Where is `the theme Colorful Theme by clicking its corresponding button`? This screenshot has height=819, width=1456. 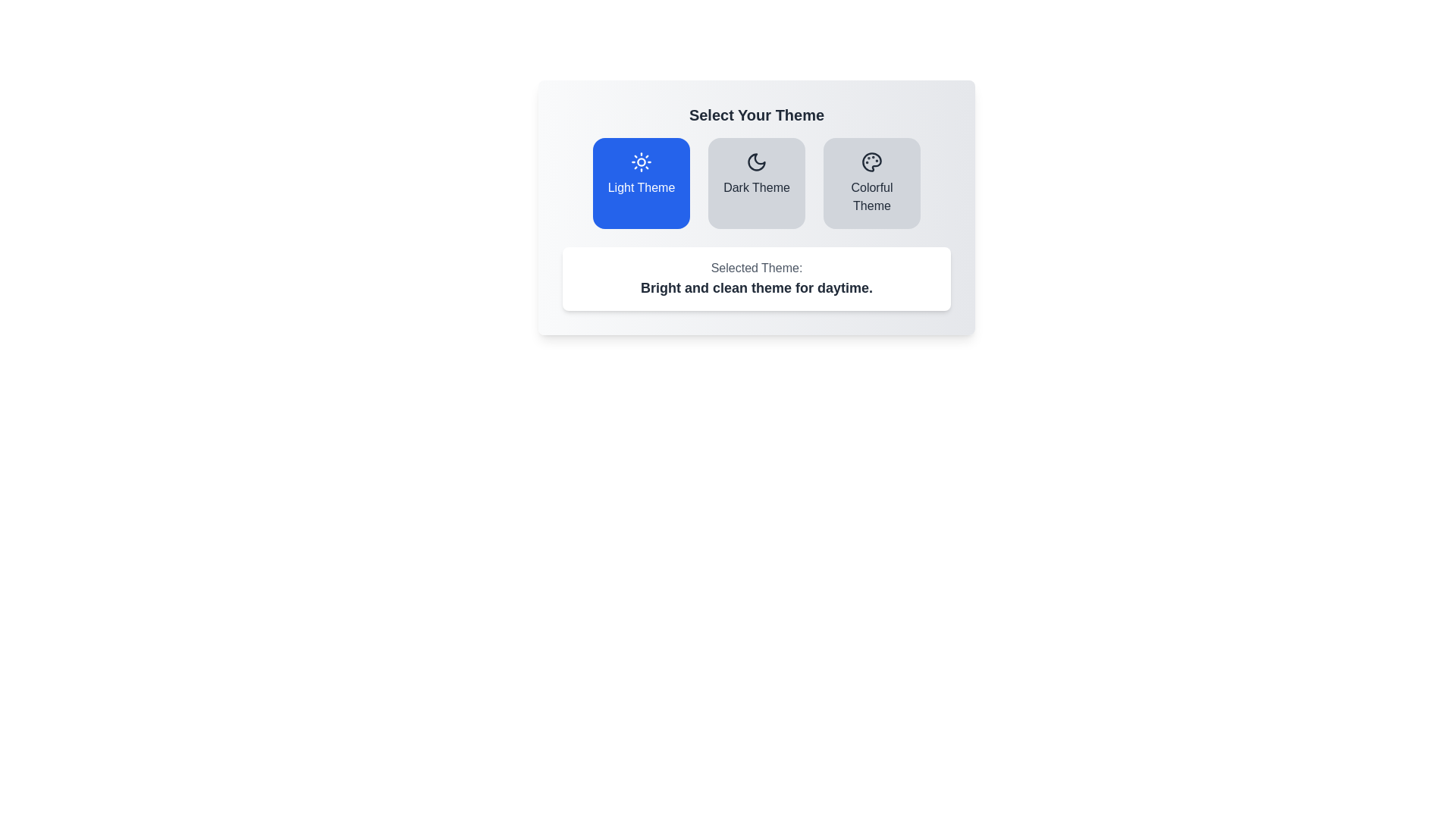
the theme Colorful Theme by clicking its corresponding button is located at coordinates (872, 183).